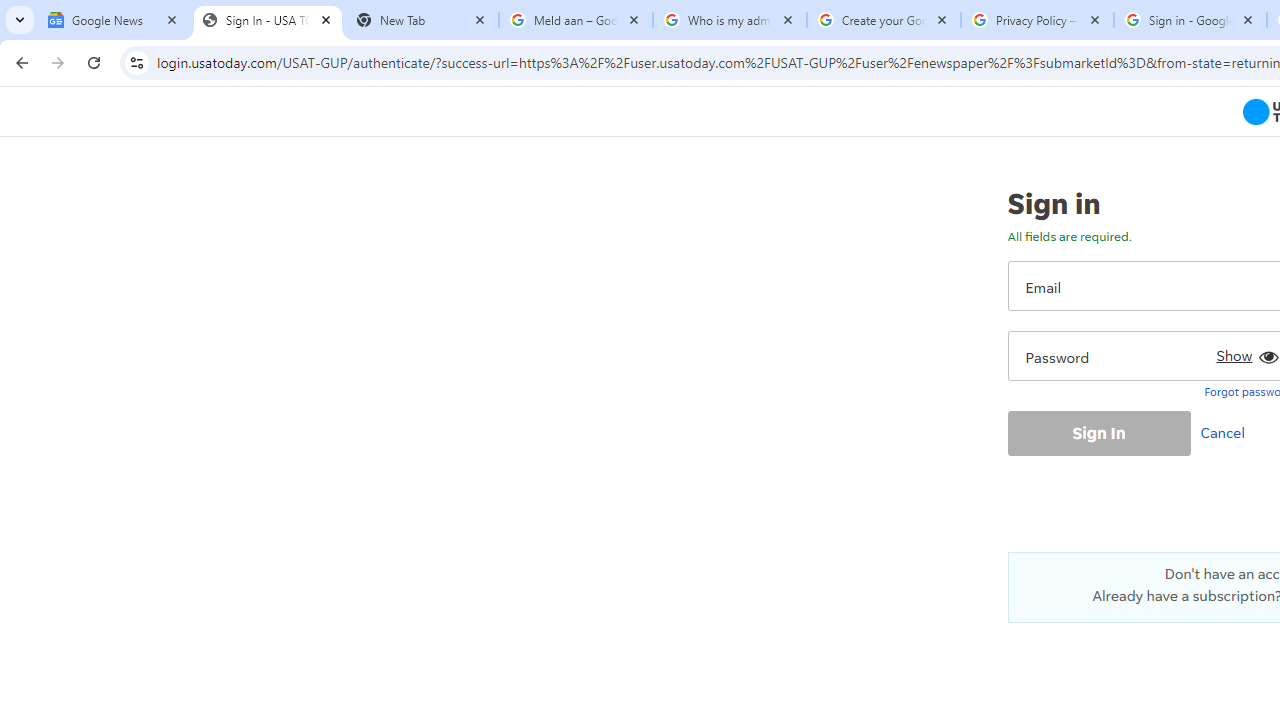 This screenshot has width=1280, height=720. What do you see at coordinates (112, 20) in the screenshot?
I see `'Google News'` at bounding box center [112, 20].